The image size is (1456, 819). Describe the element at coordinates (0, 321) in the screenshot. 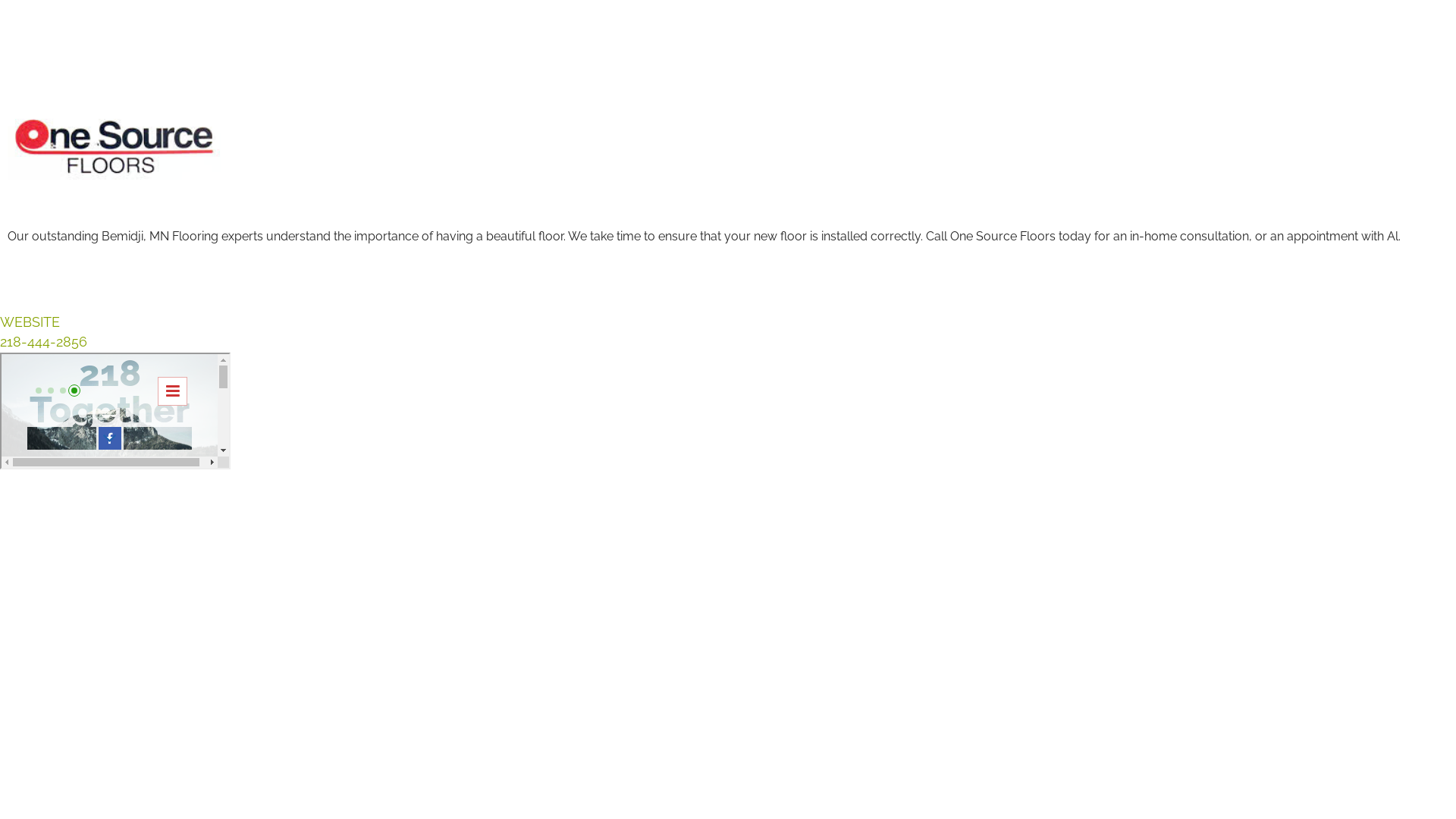

I see `'WEBSITE'` at that location.